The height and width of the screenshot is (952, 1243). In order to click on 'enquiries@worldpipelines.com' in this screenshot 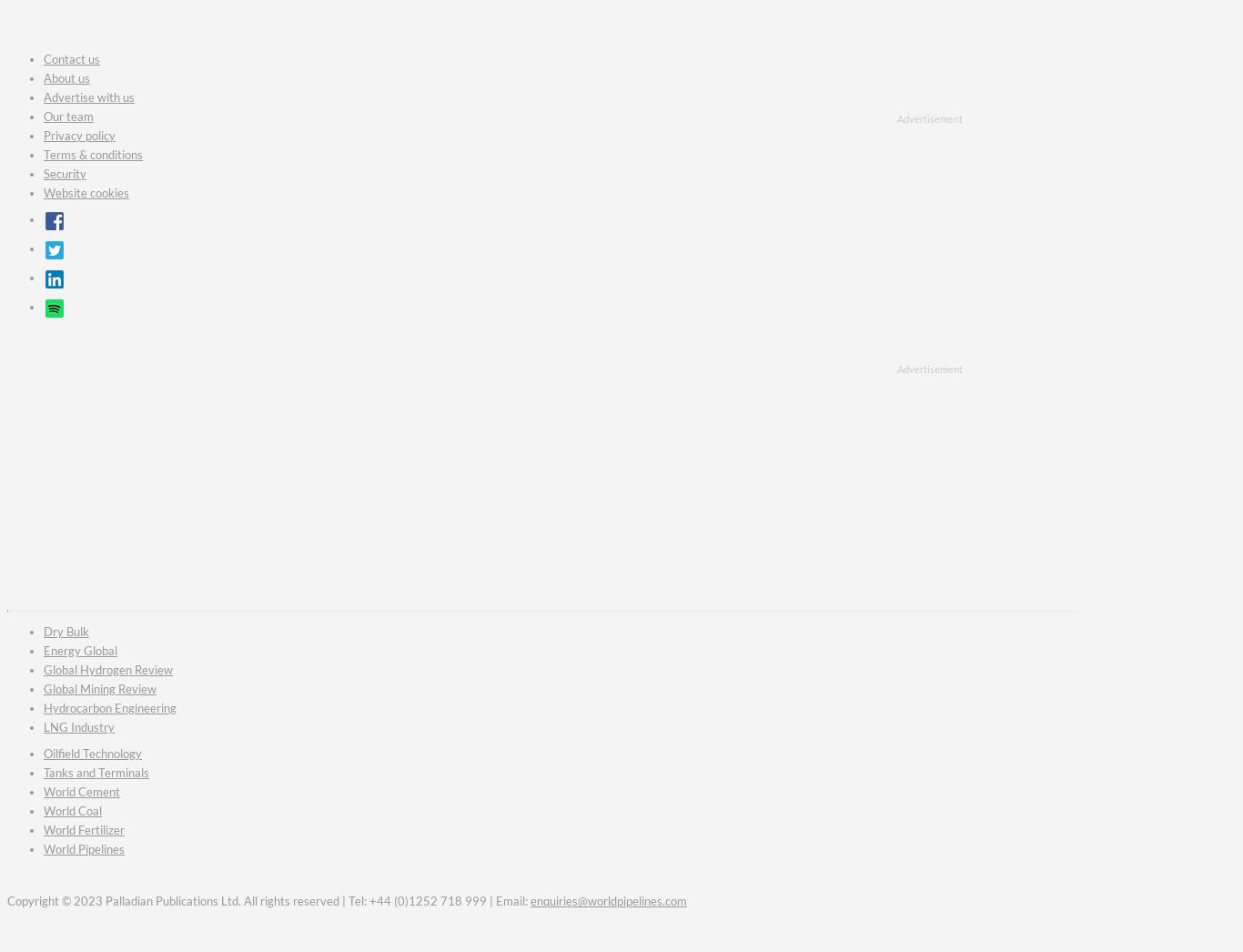, I will do `click(608, 900)`.